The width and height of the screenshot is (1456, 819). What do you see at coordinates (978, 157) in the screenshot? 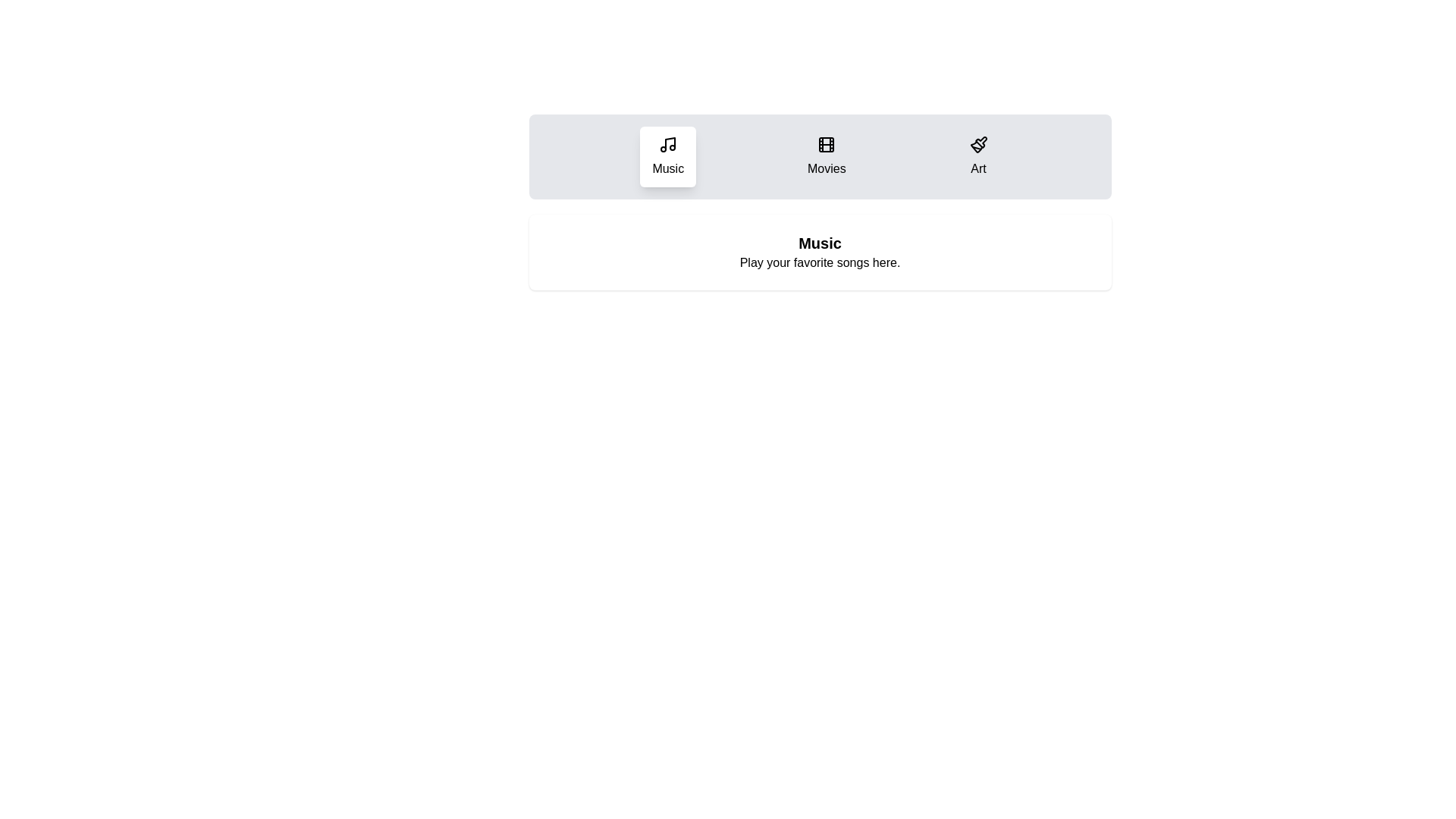
I see `the Art tab to display its content` at bounding box center [978, 157].